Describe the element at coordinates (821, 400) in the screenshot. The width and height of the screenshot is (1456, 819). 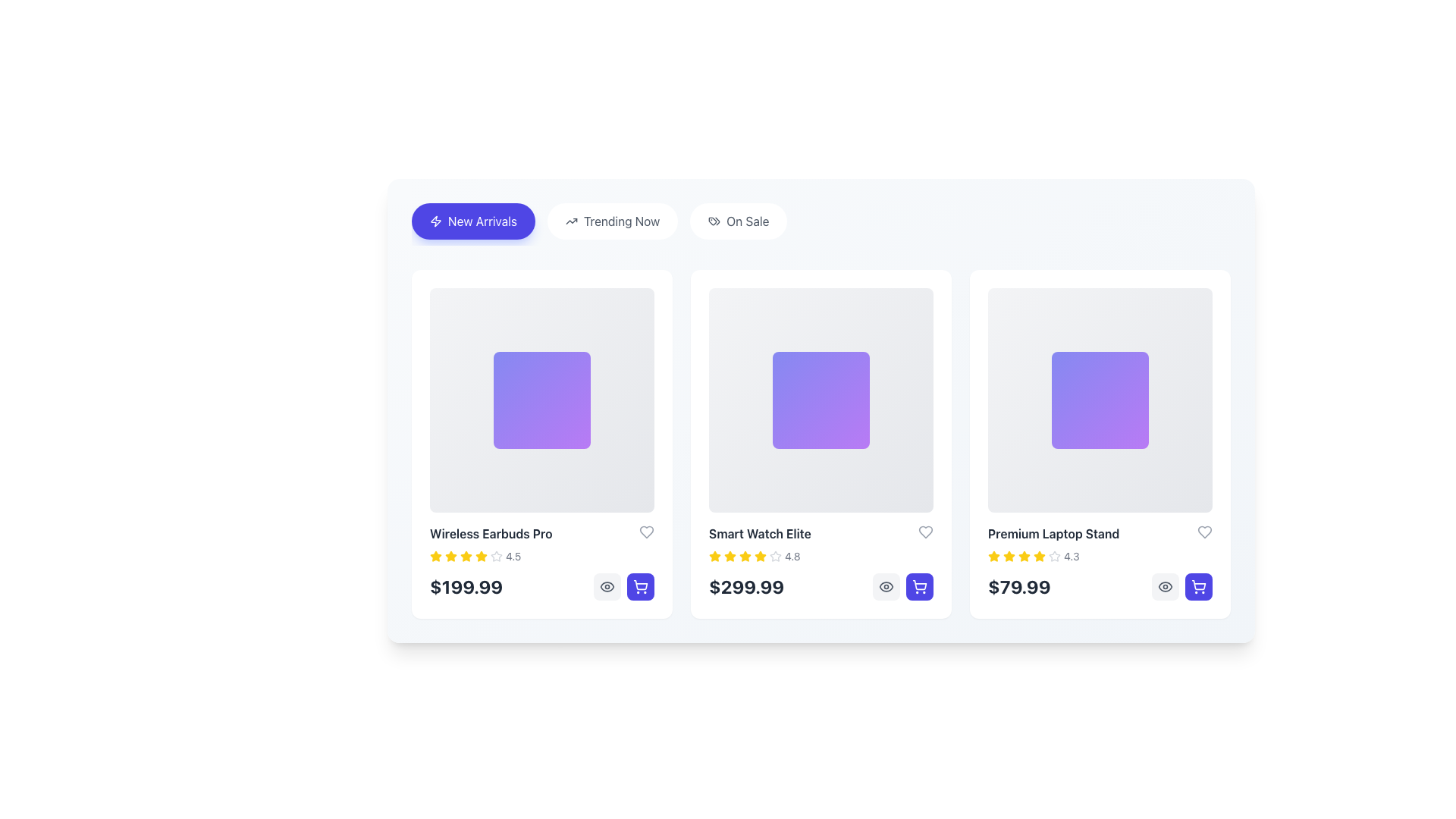
I see `the decorative visual element in the middle of the second product card titled 'Smart Watch Elite'` at that location.